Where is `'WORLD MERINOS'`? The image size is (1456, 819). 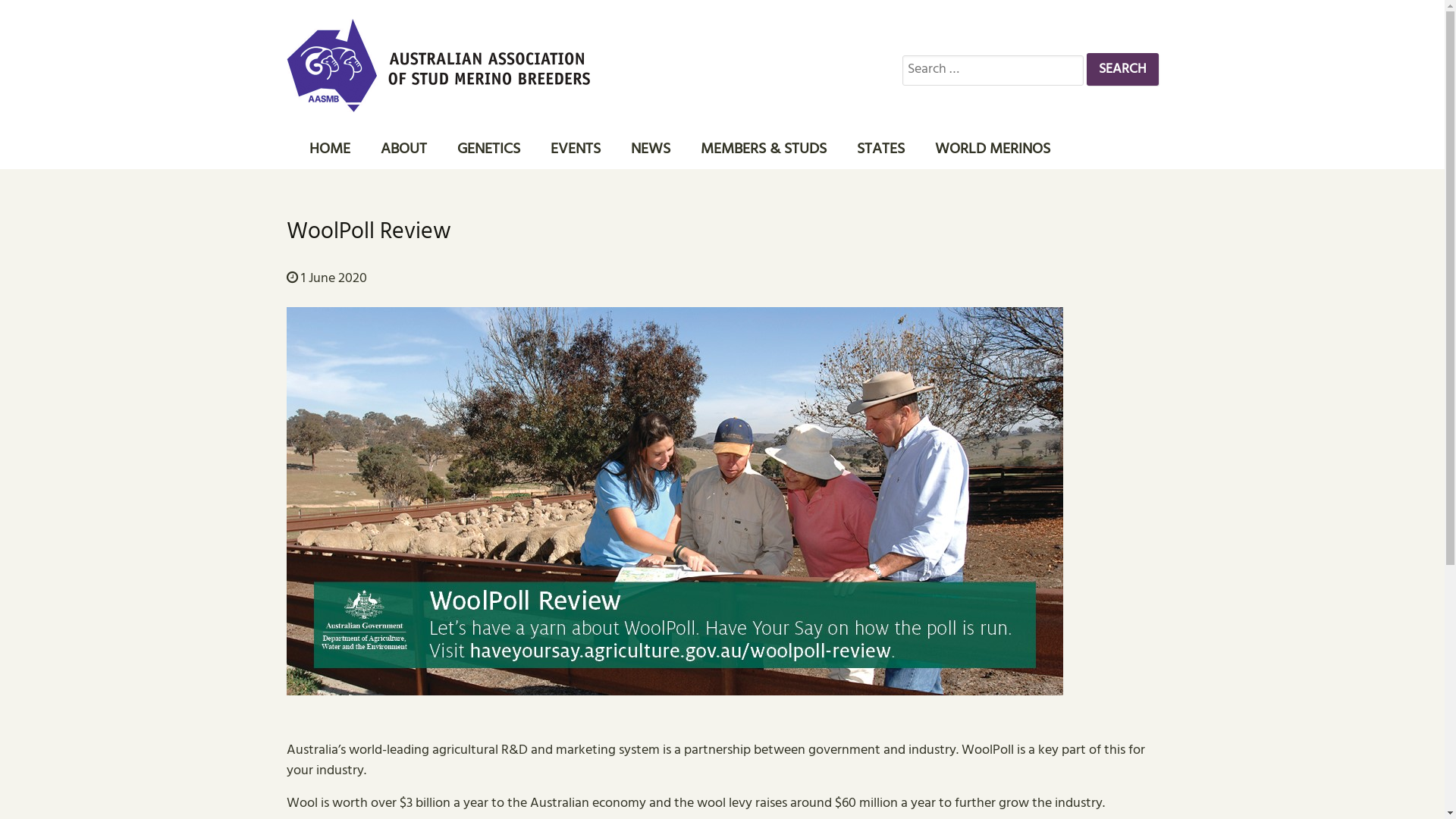 'WORLD MERINOS' is located at coordinates (991, 149).